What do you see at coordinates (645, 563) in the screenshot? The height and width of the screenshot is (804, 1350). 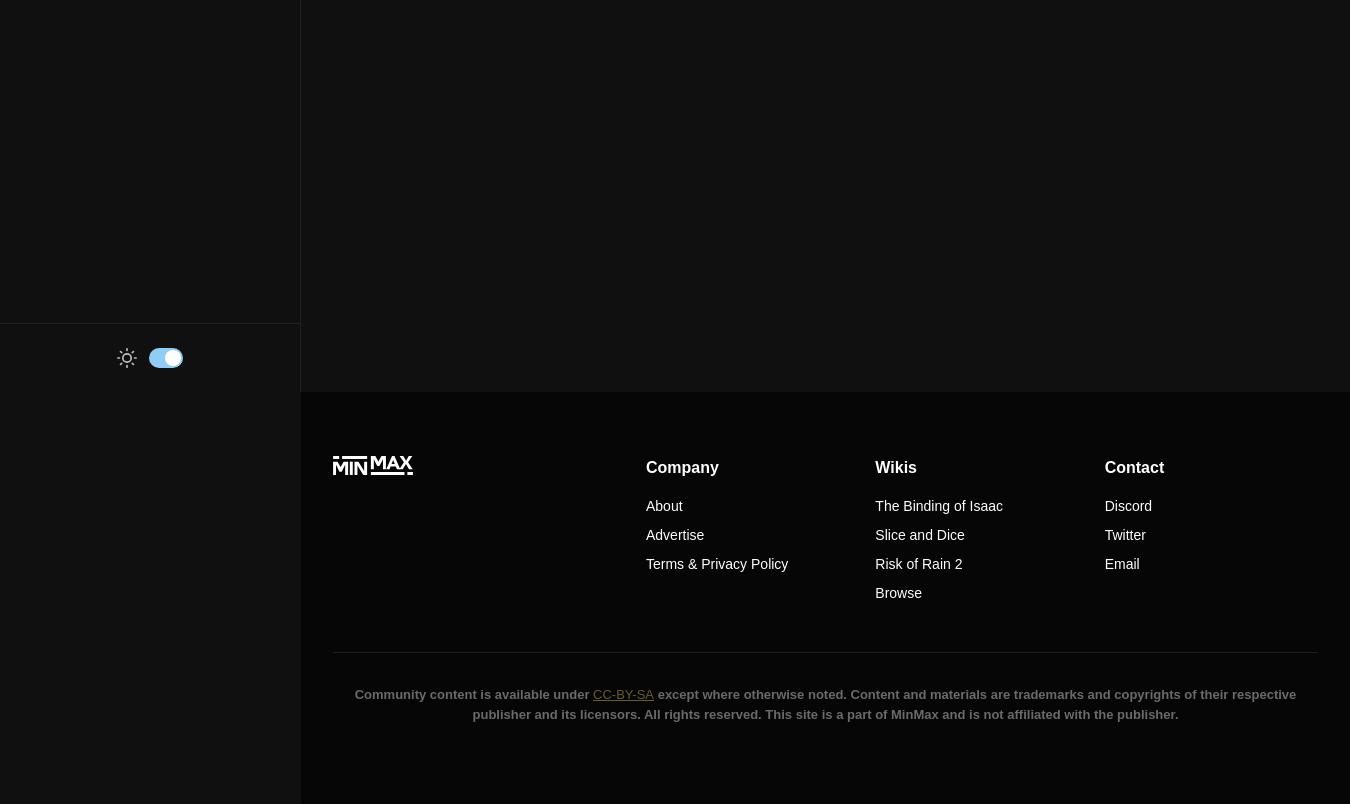 I see `'Terms & Privacy Policy'` at bounding box center [645, 563].